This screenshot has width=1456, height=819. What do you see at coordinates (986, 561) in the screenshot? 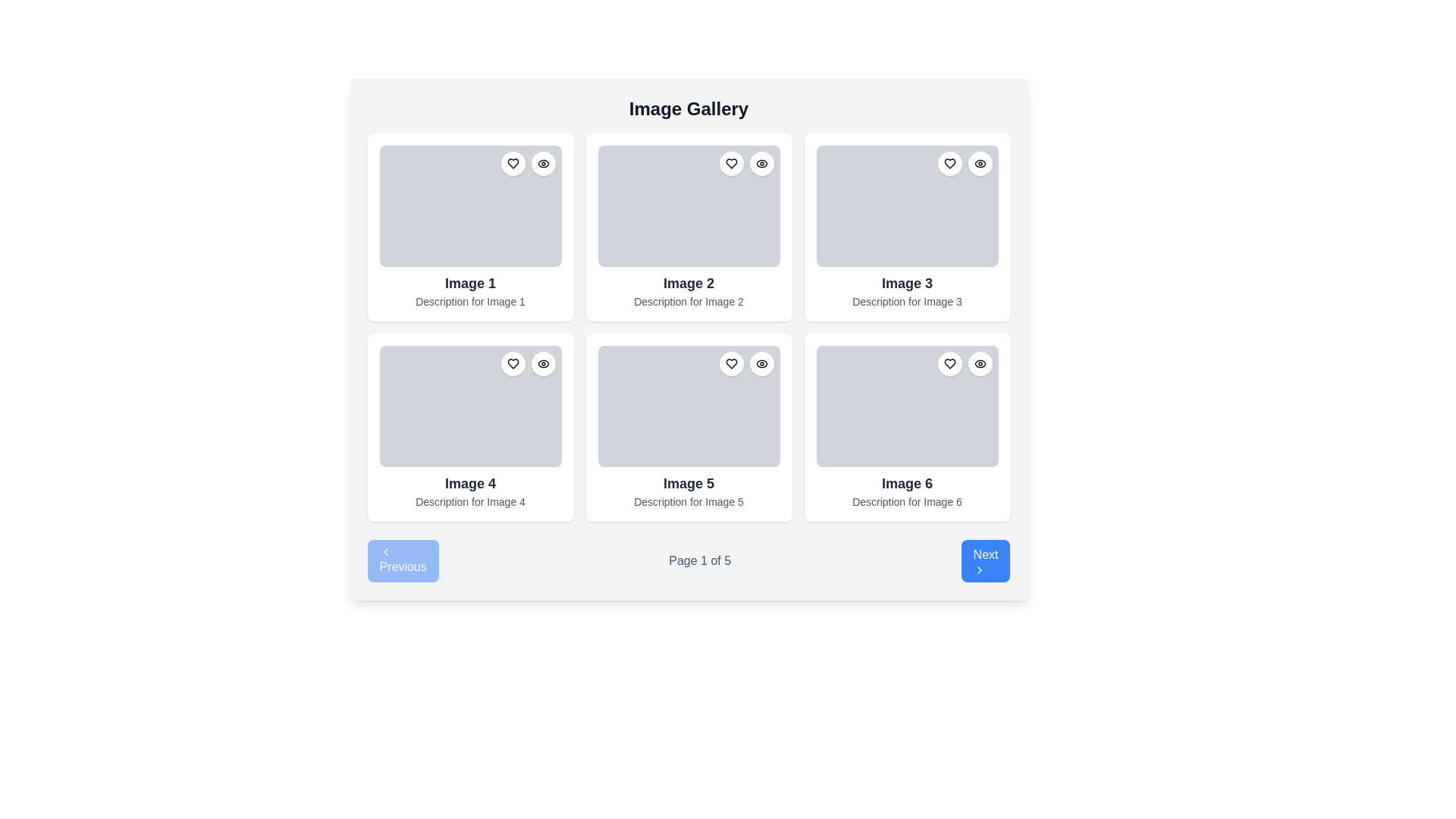
I see `the 'Next' button with a blue background and white text, located at the bottom right corner of the interface` at bounding box center [986, 561].